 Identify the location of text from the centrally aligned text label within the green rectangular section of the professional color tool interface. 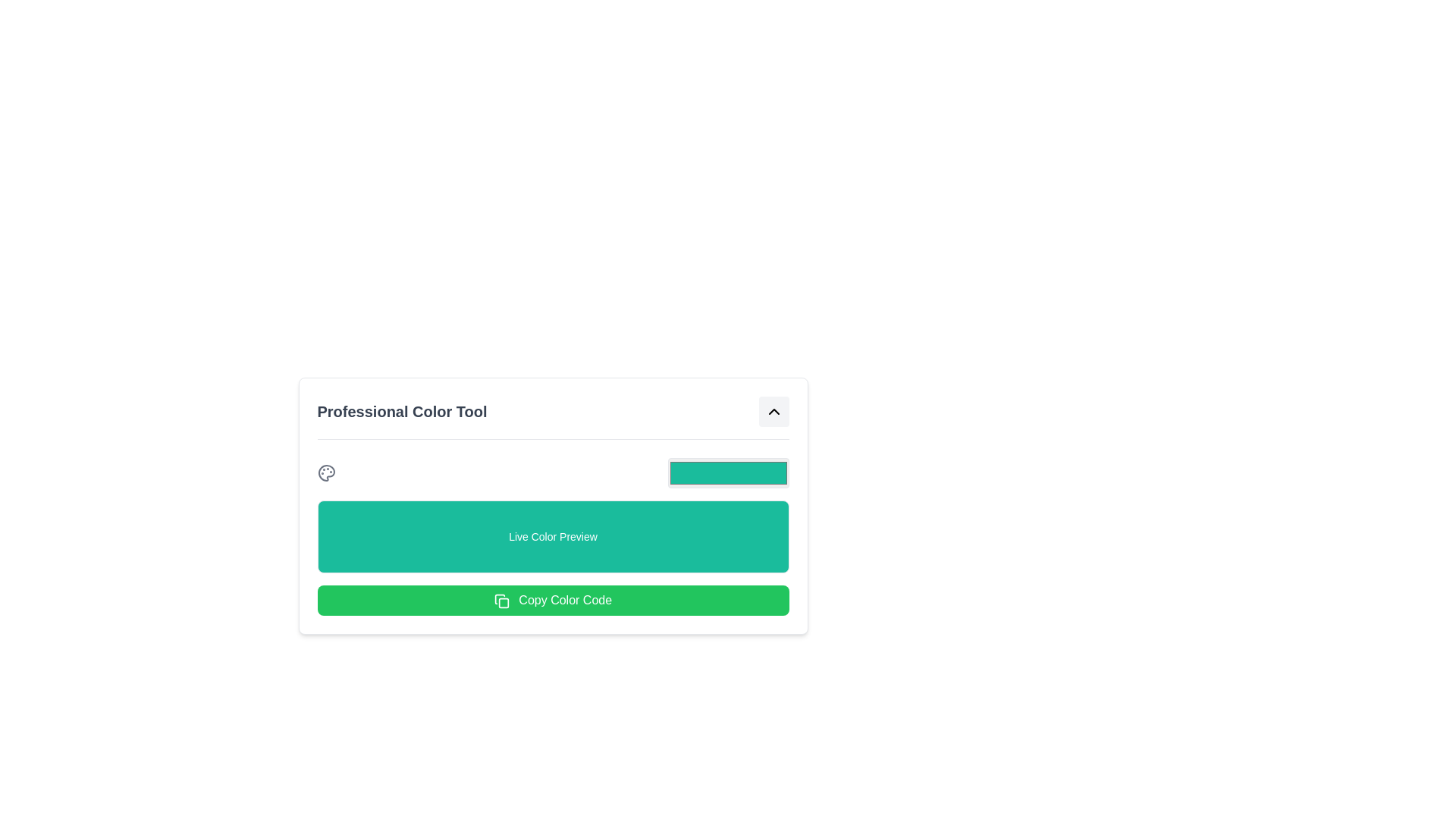
(552, 536).